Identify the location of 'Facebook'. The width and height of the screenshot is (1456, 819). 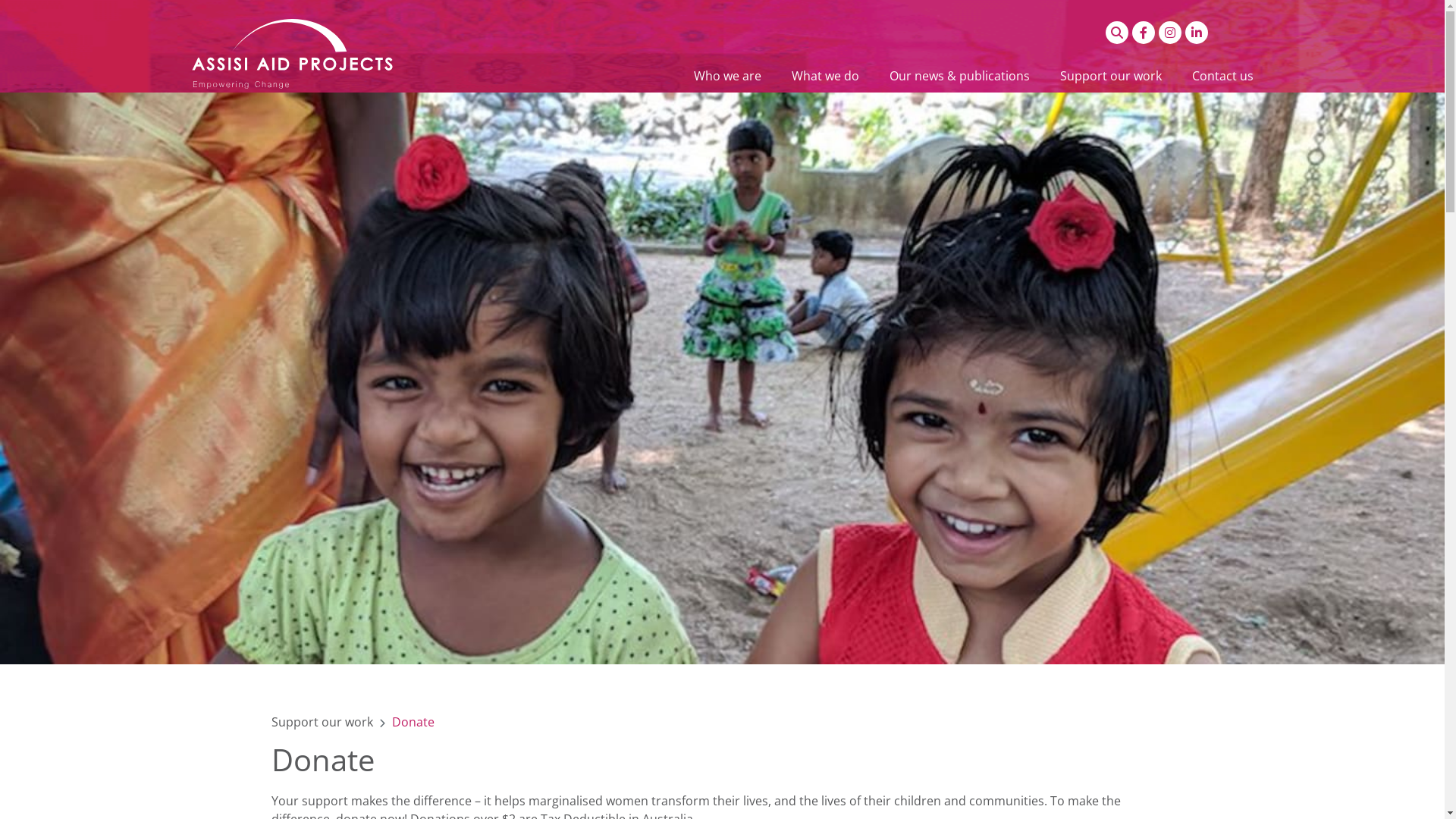
(1143, 32).